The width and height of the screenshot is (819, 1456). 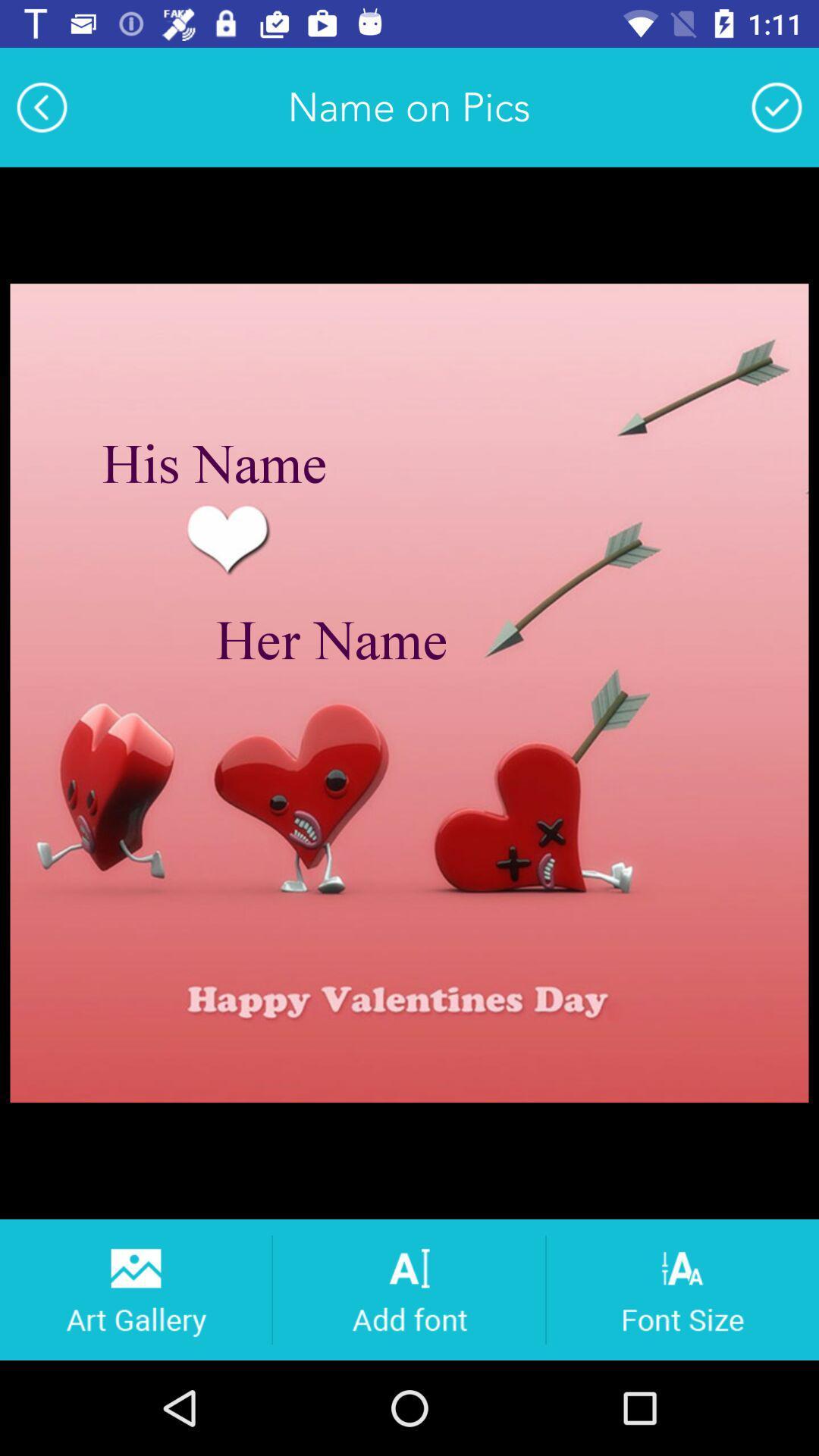 What do you see at coordinates (41, 106) in the screenshot?
I see `go back` at bounding box center [41, 106].